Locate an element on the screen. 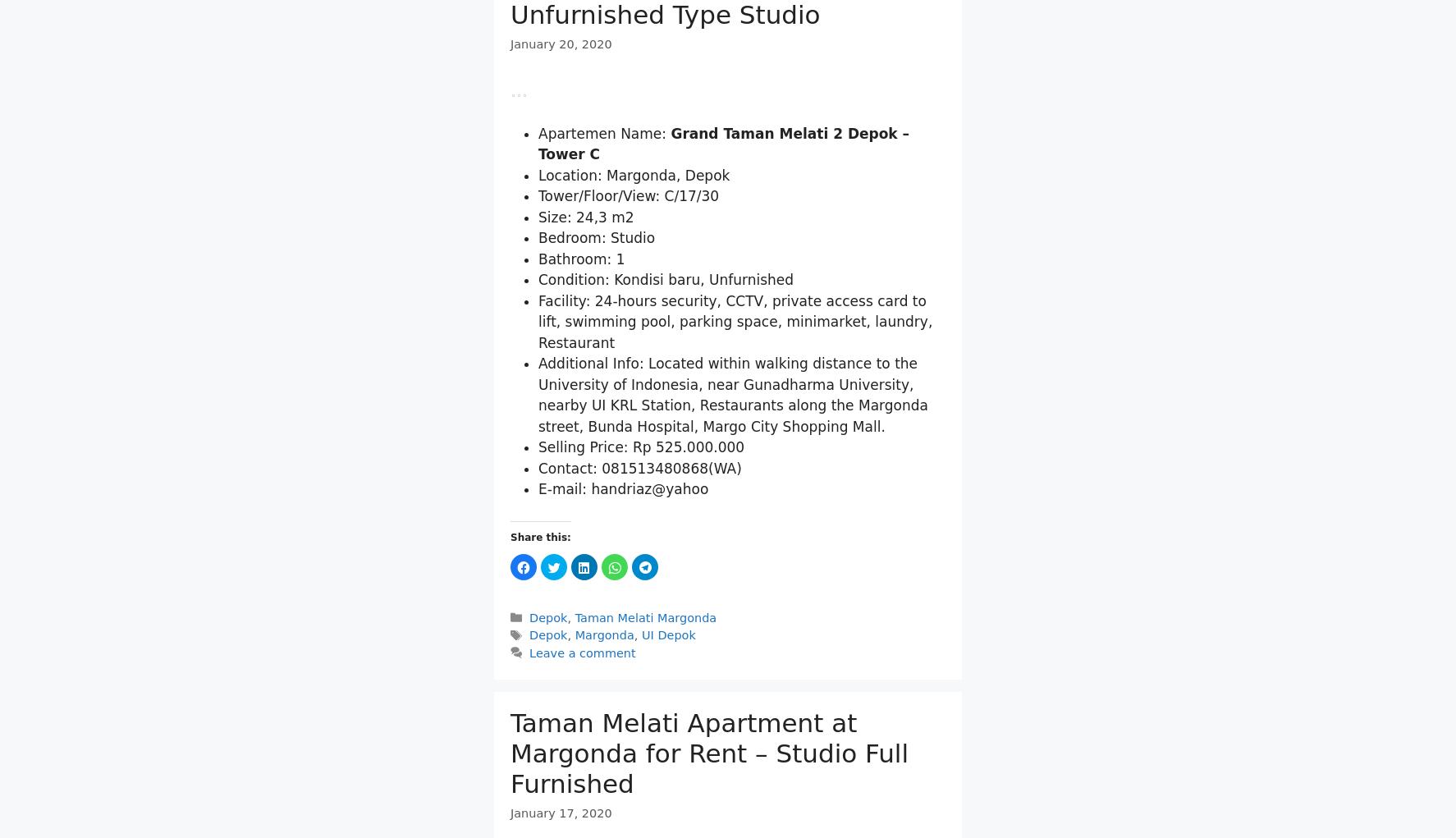  'Grand Taman Melati 2 Depok – Tower C' is located at coordinates (724, 229).